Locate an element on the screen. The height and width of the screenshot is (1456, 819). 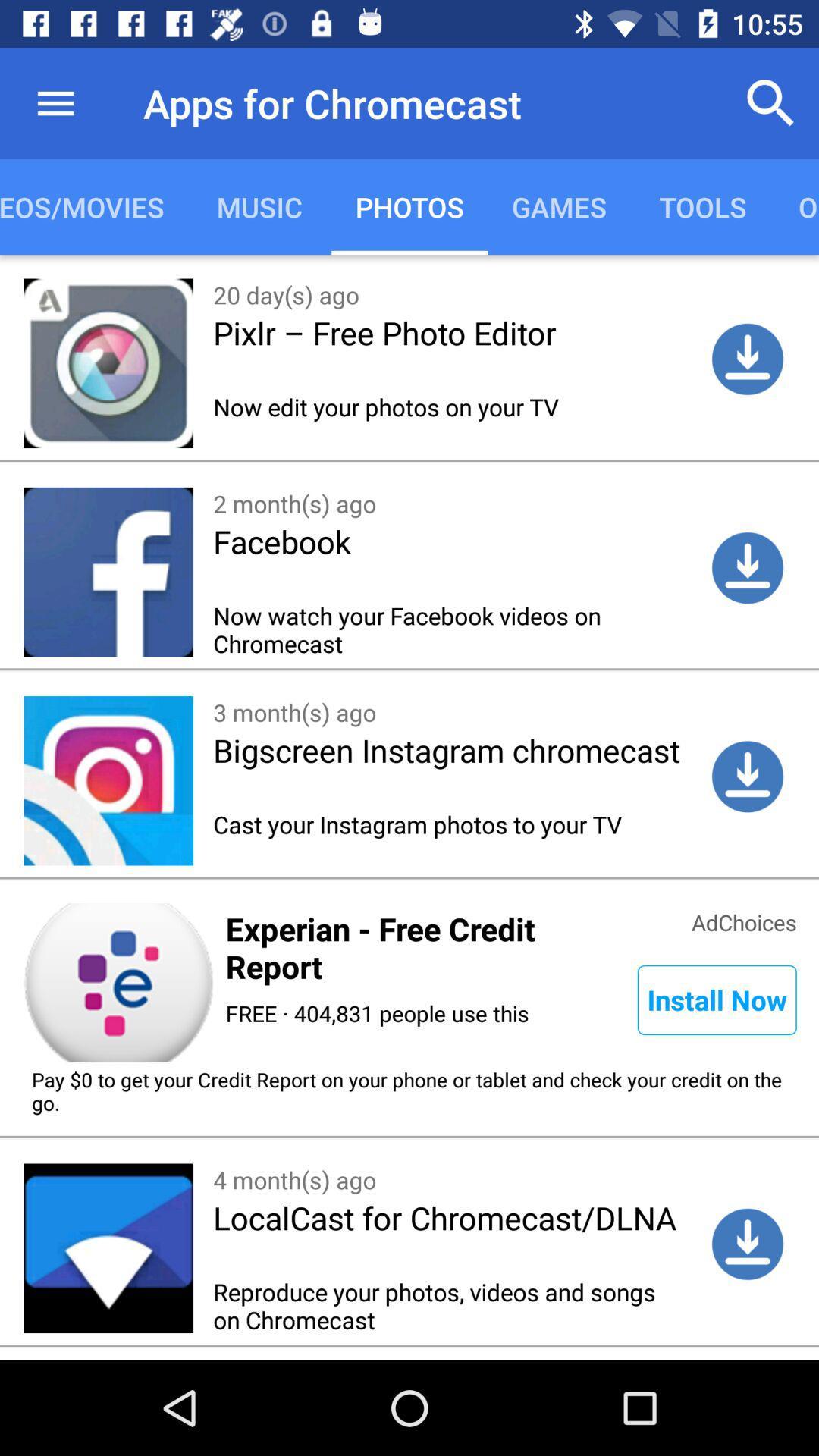
the icon next to the experian free credit icon is located at coordinates (717, 999).